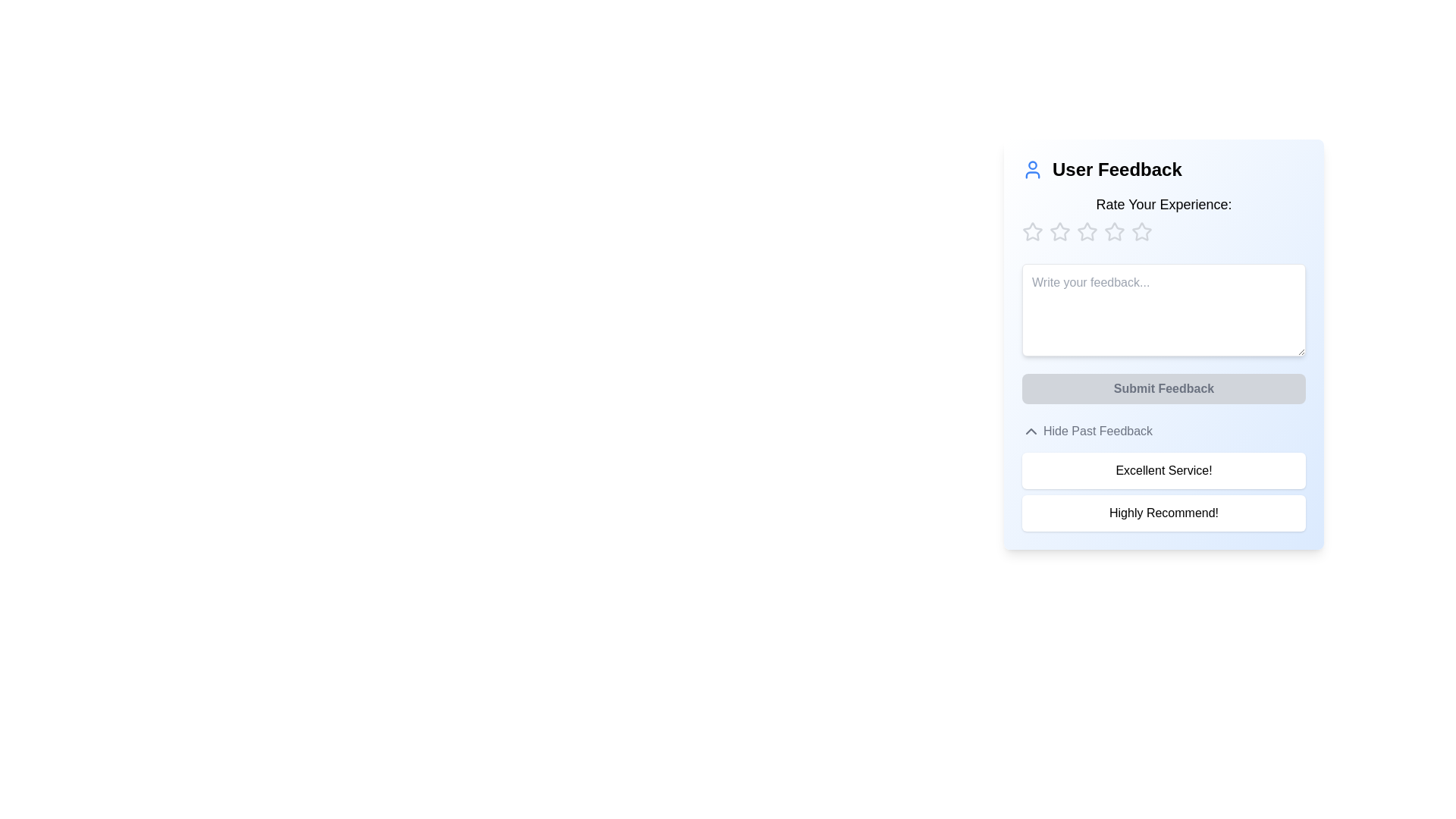  I want to click on the third star in the 'Rate Your Experience' section, so click(1114, 231).